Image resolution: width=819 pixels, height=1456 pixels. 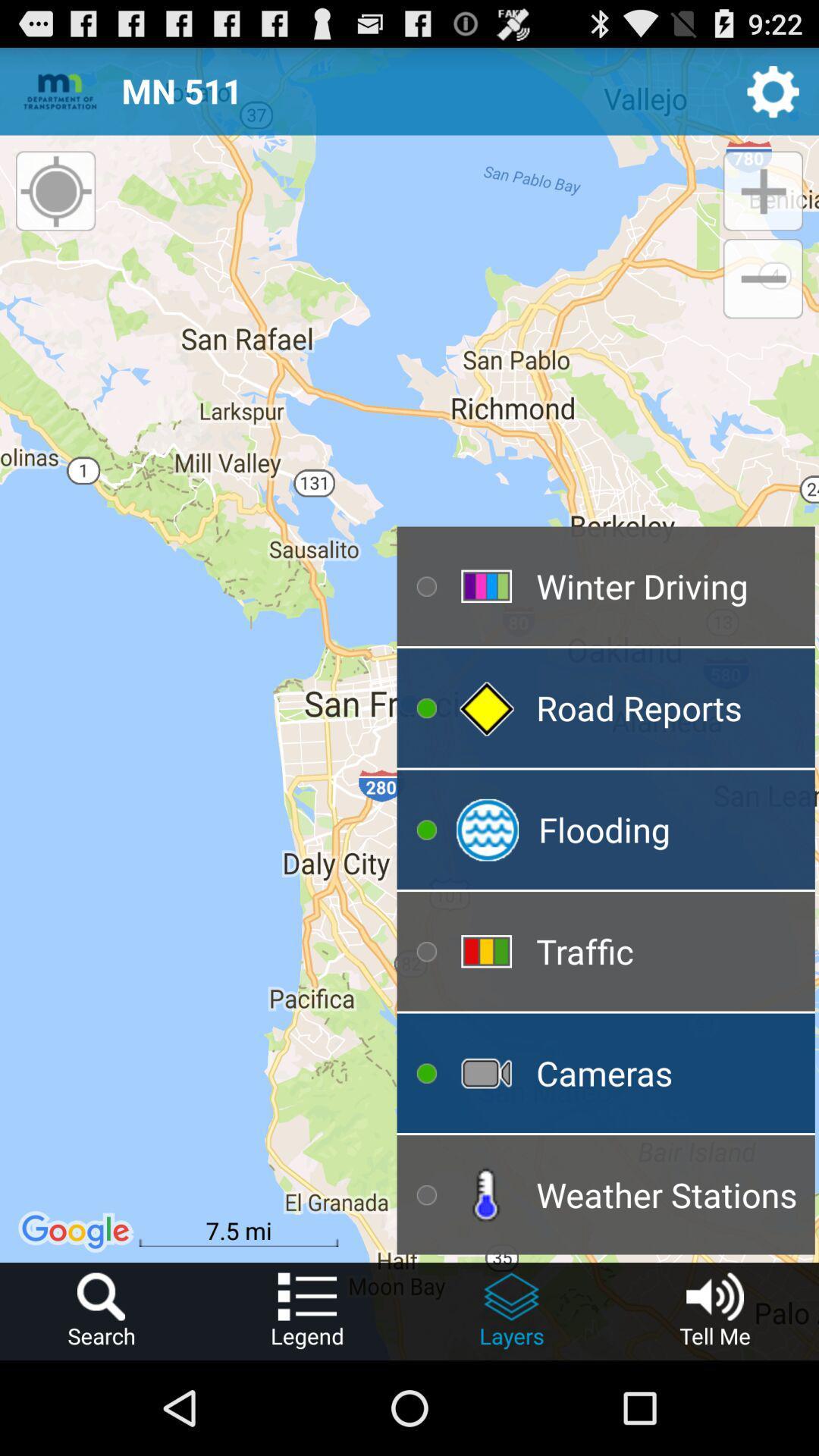 I want to click on switch to settings, so click(x=773, y=90).